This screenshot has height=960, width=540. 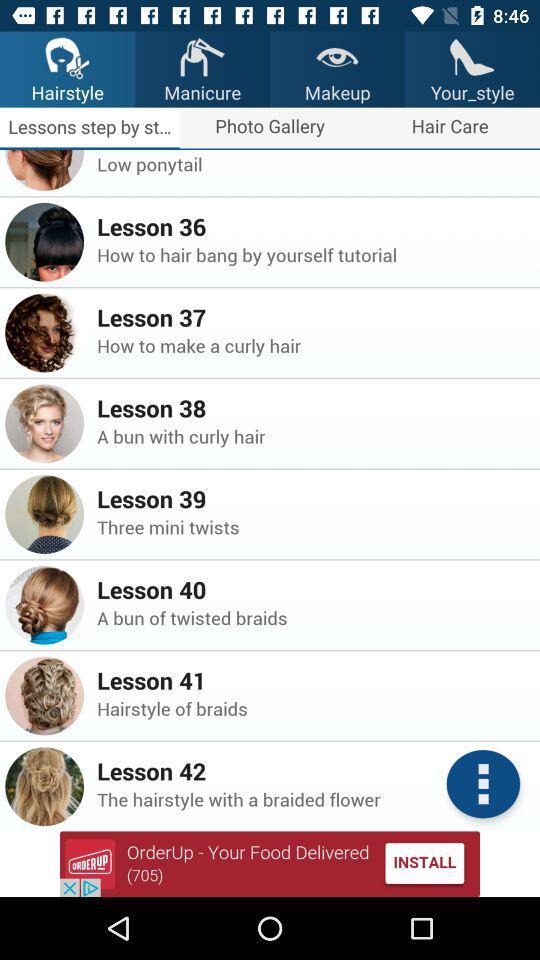 What do you see at coordinates (312, 226) in the screenshot?
I see `lesson 36 item` at bounding box center [312, 226].